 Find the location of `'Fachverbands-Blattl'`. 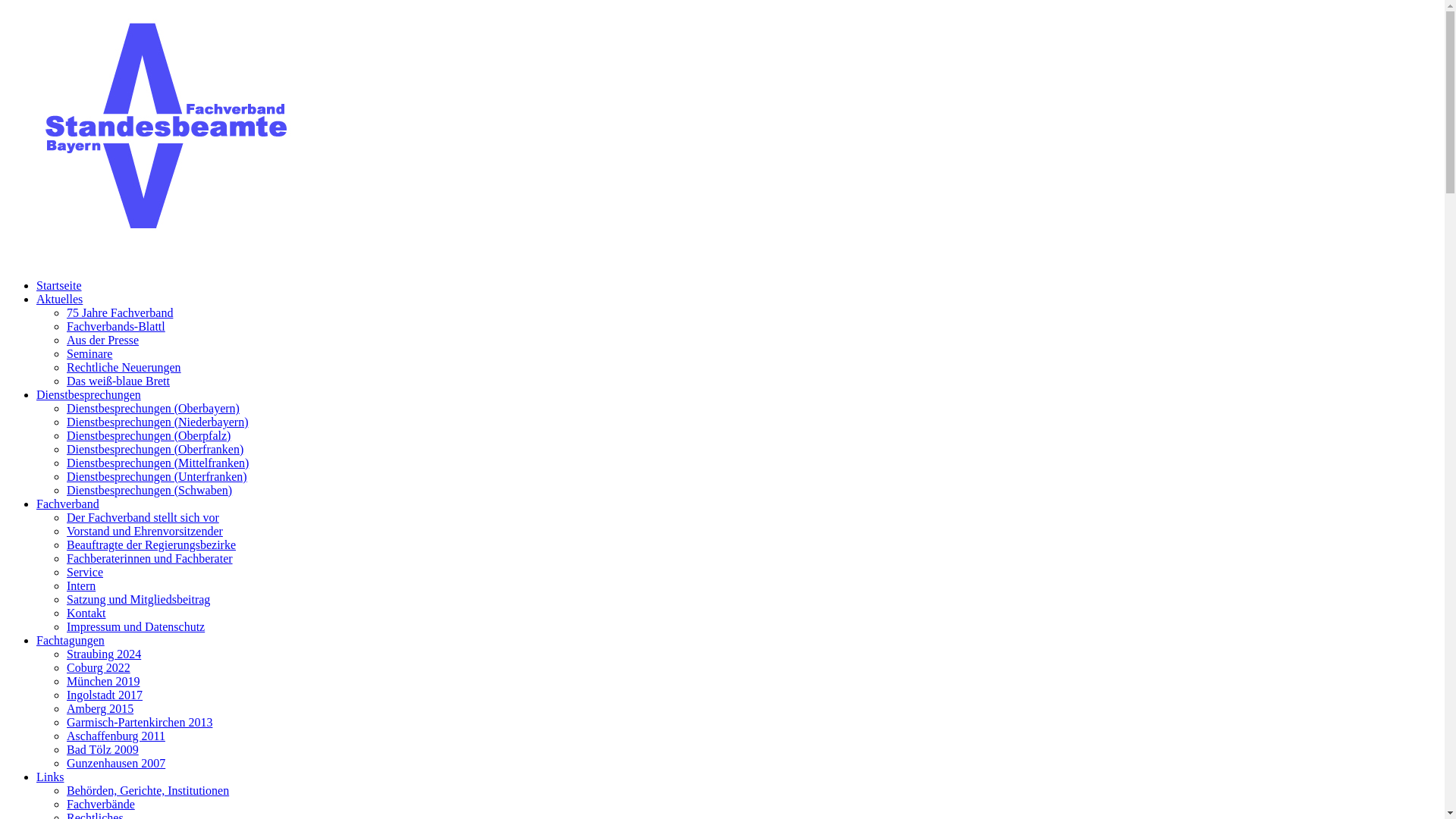

'Fachverbands-Blattl' is located at coordinates (115, 325).